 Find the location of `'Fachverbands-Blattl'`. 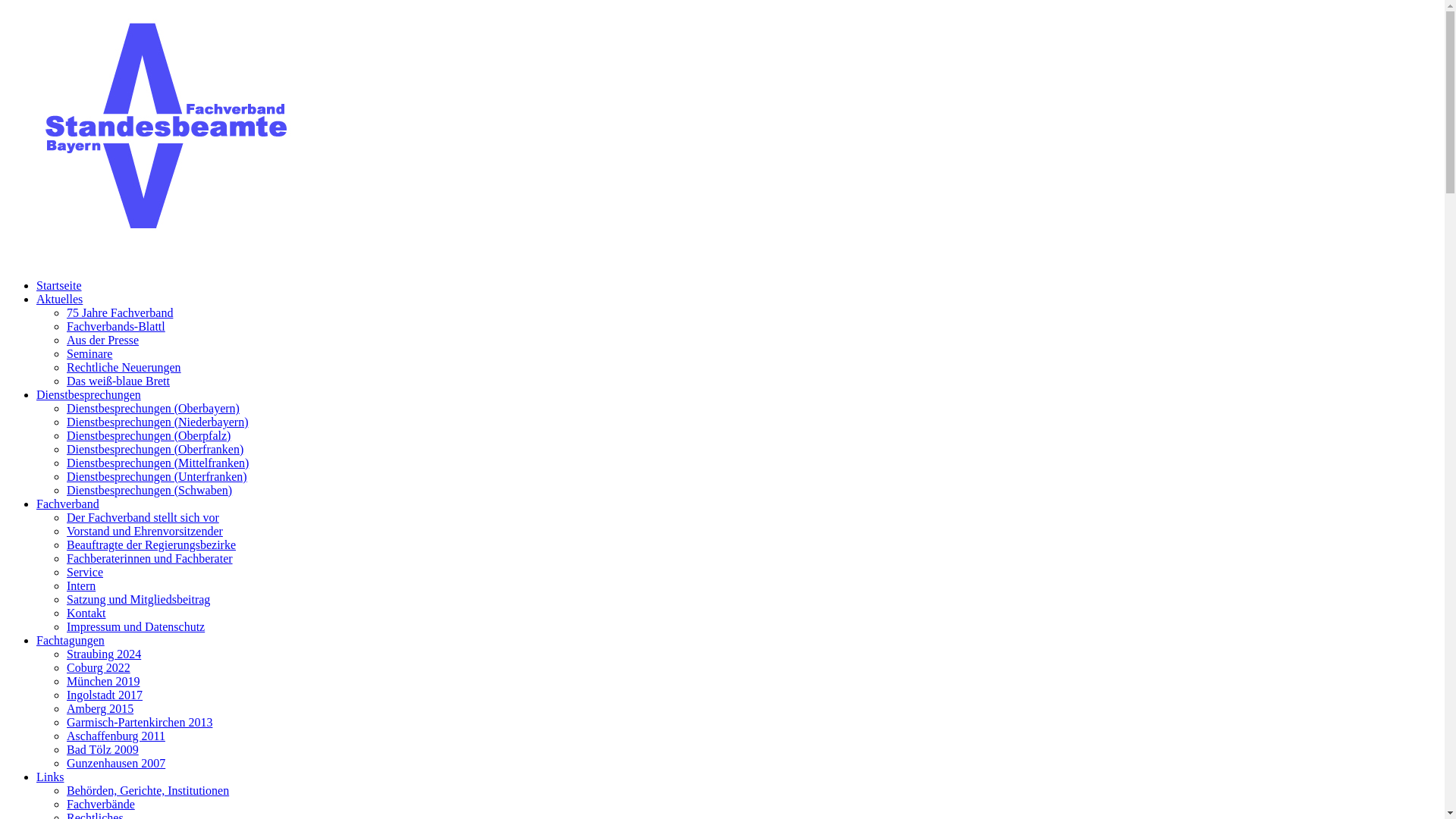

'Fachverbands-Blattl' is located at coordinates (115, 325).